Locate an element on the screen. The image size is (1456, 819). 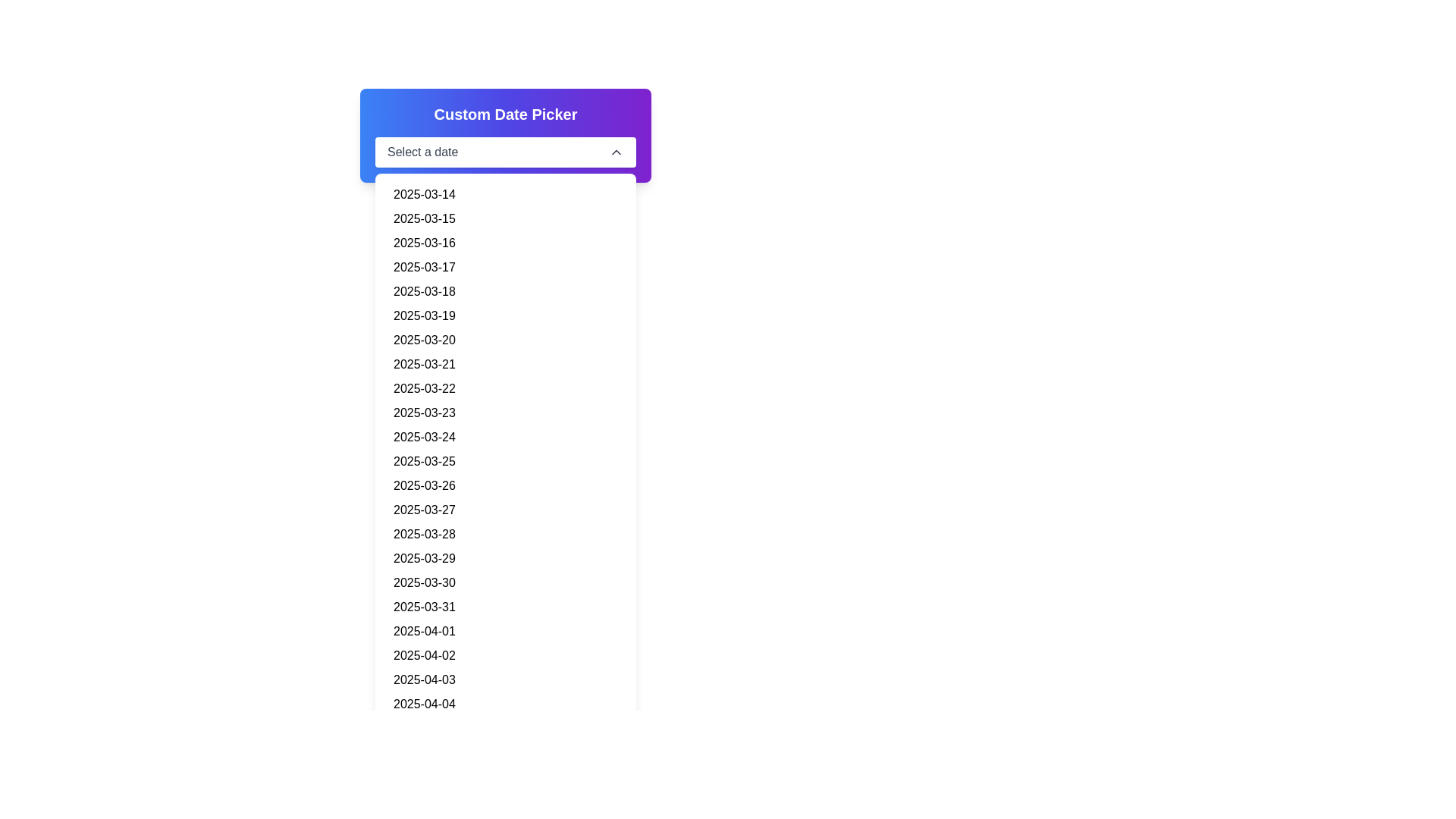
the dropdown toggle icon located at the far-right end of the 'Select a date' field in the date picker component is located at coordinates (616, 152).